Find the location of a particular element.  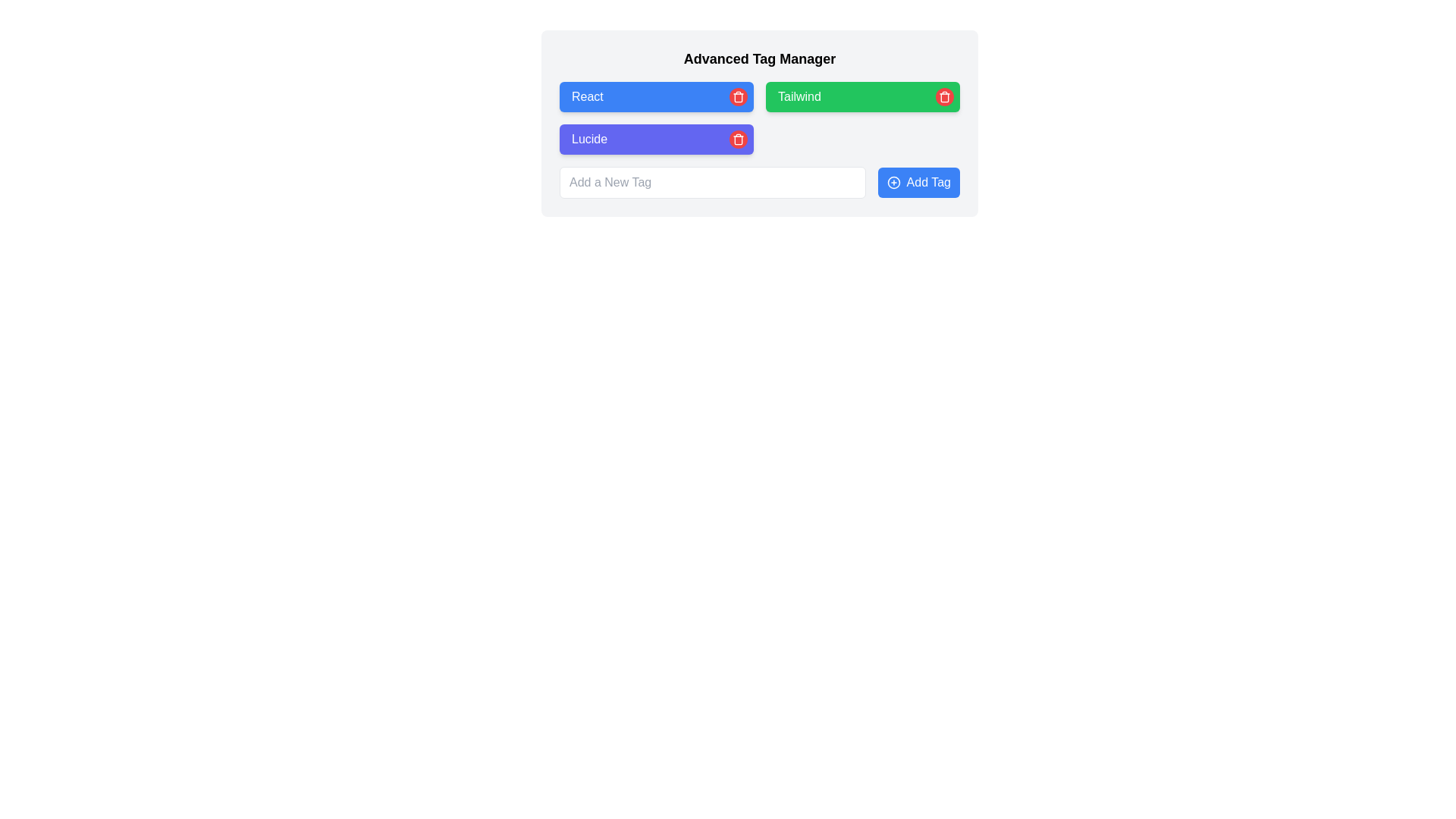

the third button is located at coordinates (656, 140).